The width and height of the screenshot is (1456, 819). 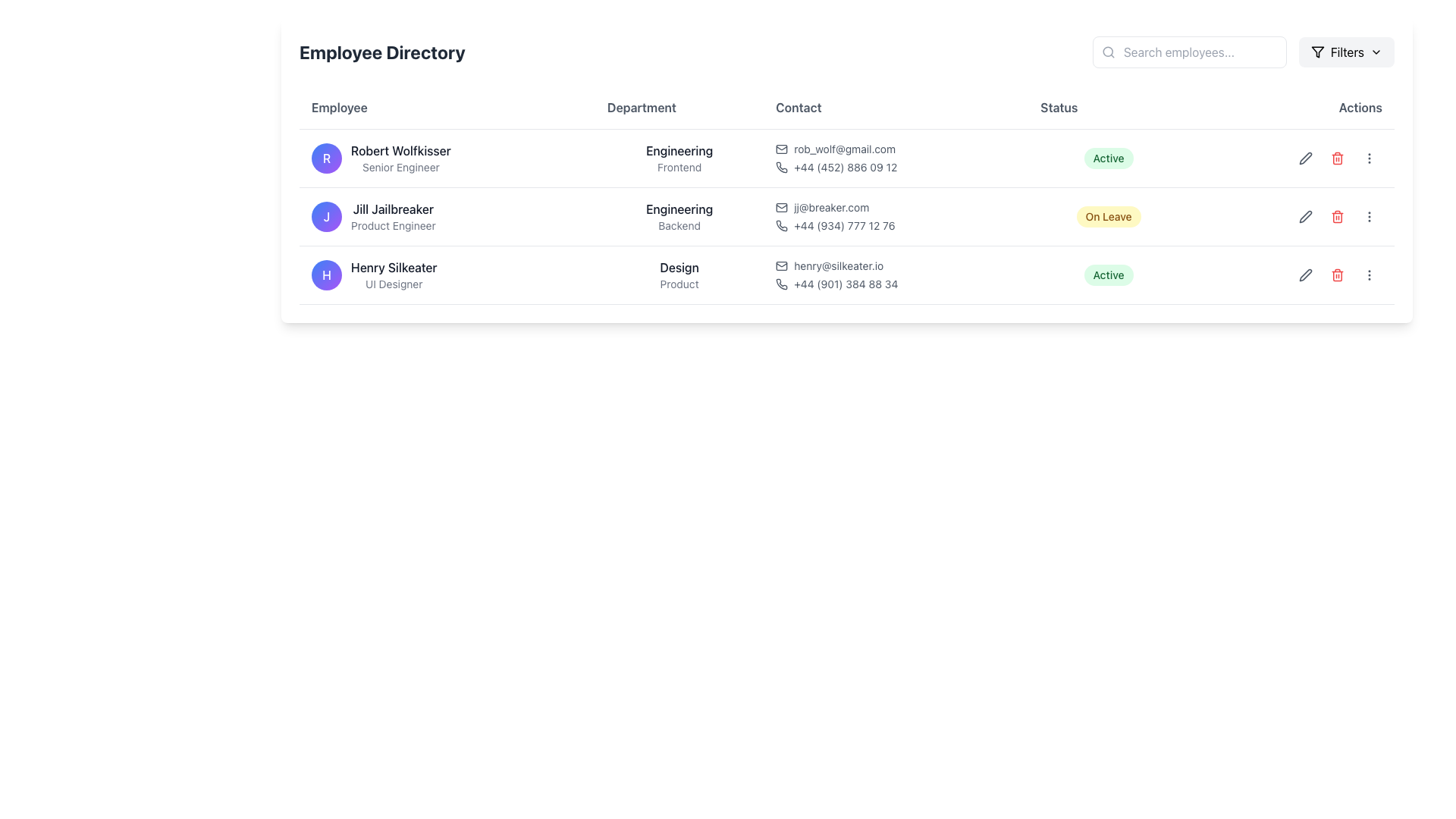 What do you see at coordinates (896, 216) in the screenshot?
I see `the phone number in the Contact Information Block for 'Jill Jailbreaker' to initiate a call` at bounding box center [896, 216].